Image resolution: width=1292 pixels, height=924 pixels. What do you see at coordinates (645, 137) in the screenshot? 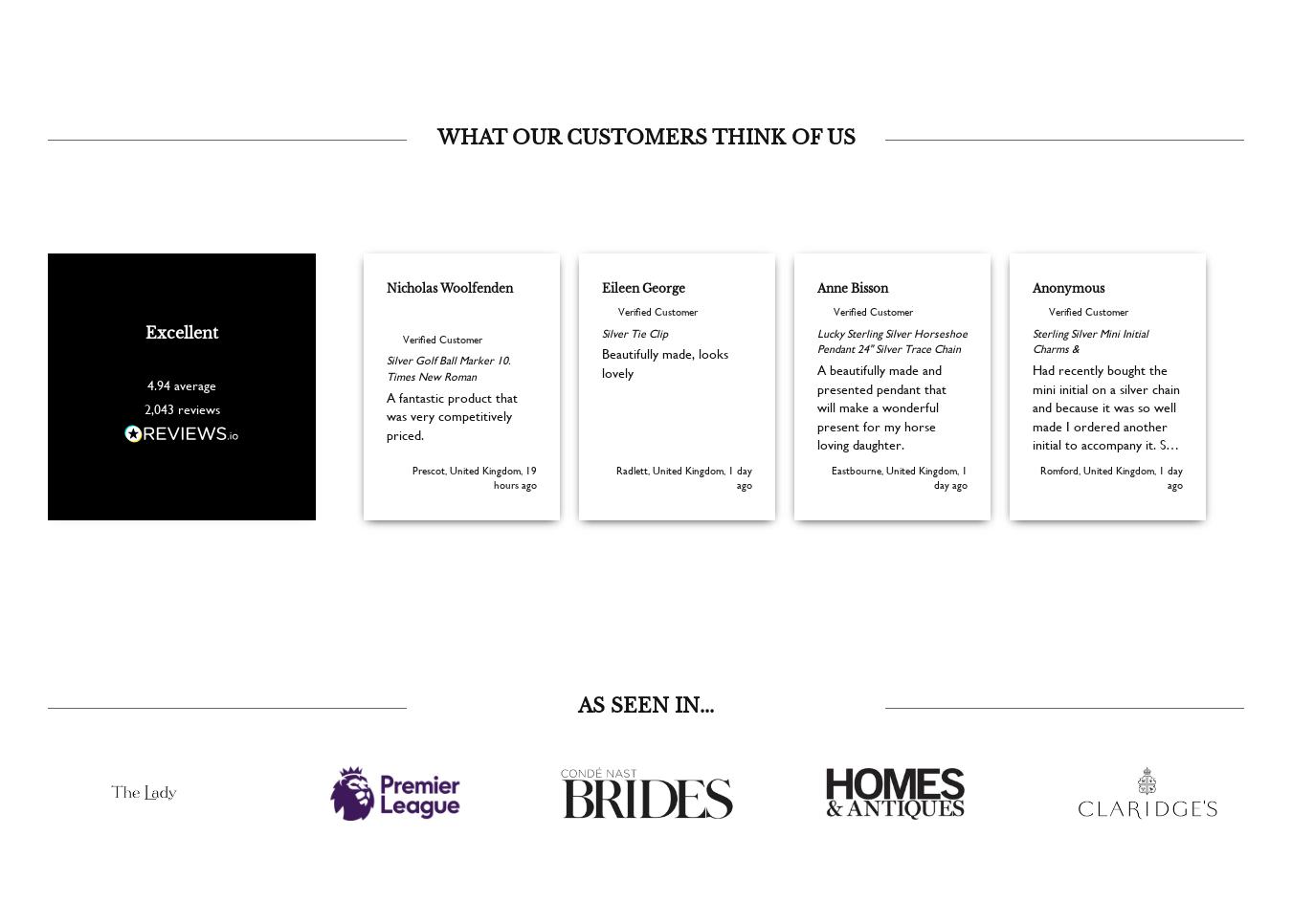
I see `'WHAT OUR CUSTOMERS THINK OF US'` at bounding box center [645, 137].